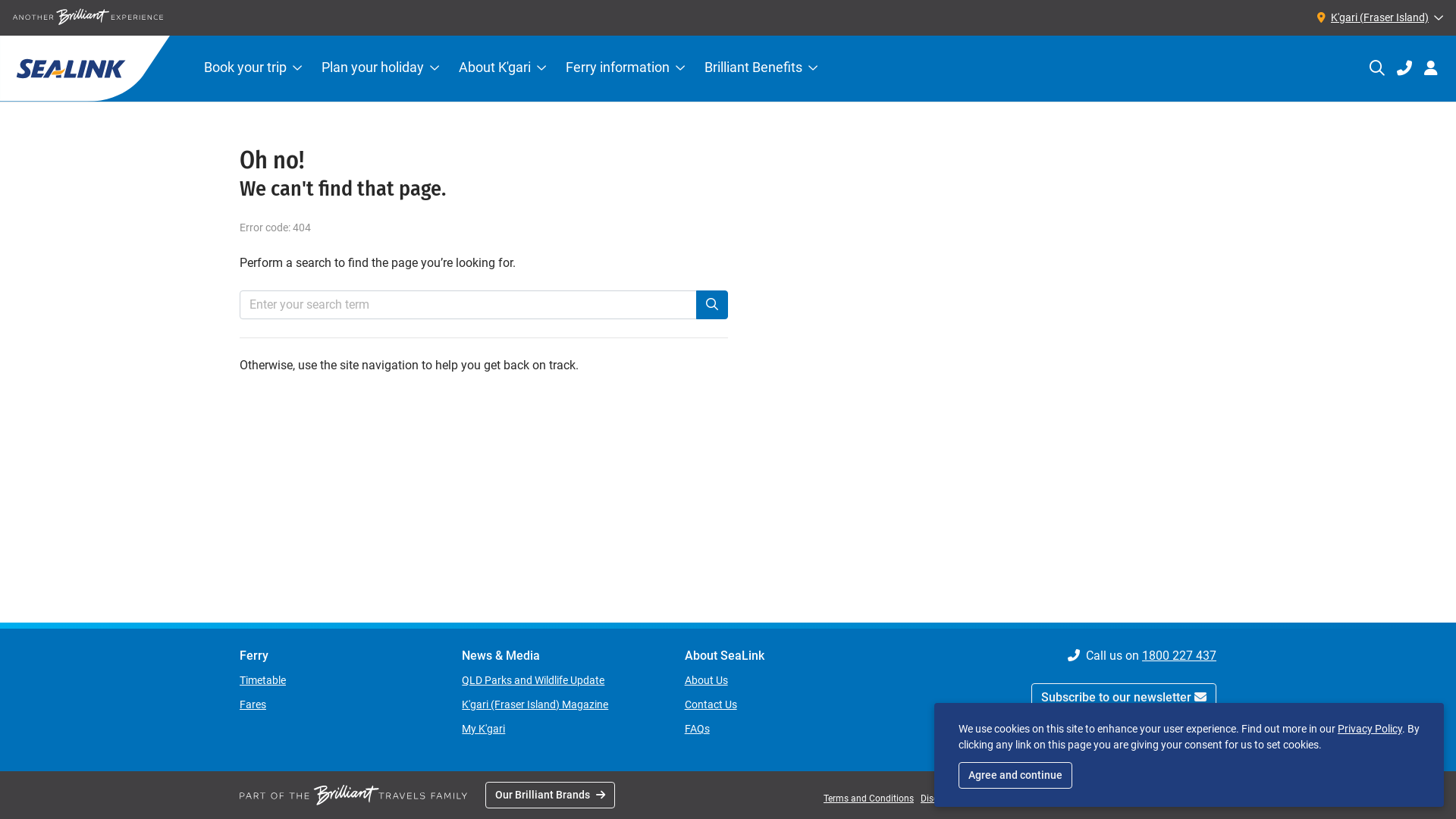 This screenshot has width=1456, height=819. What do you see at coordinates (1370, 727) in the screenshot?
I see `'Privacy Policy'` at bounding box center [1370, 727].